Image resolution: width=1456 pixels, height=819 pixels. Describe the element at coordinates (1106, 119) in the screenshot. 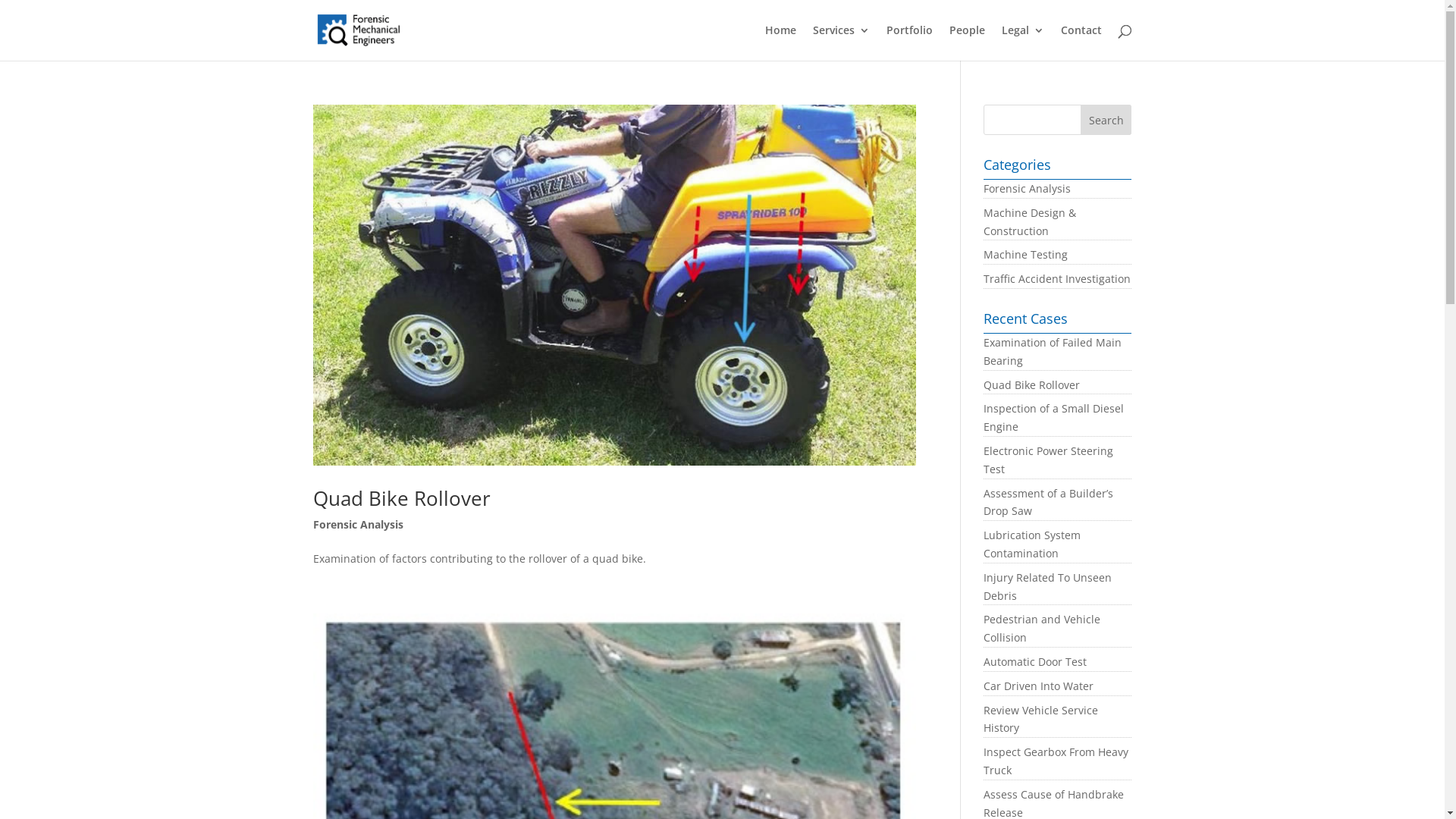

I see `'Search'` at that location.